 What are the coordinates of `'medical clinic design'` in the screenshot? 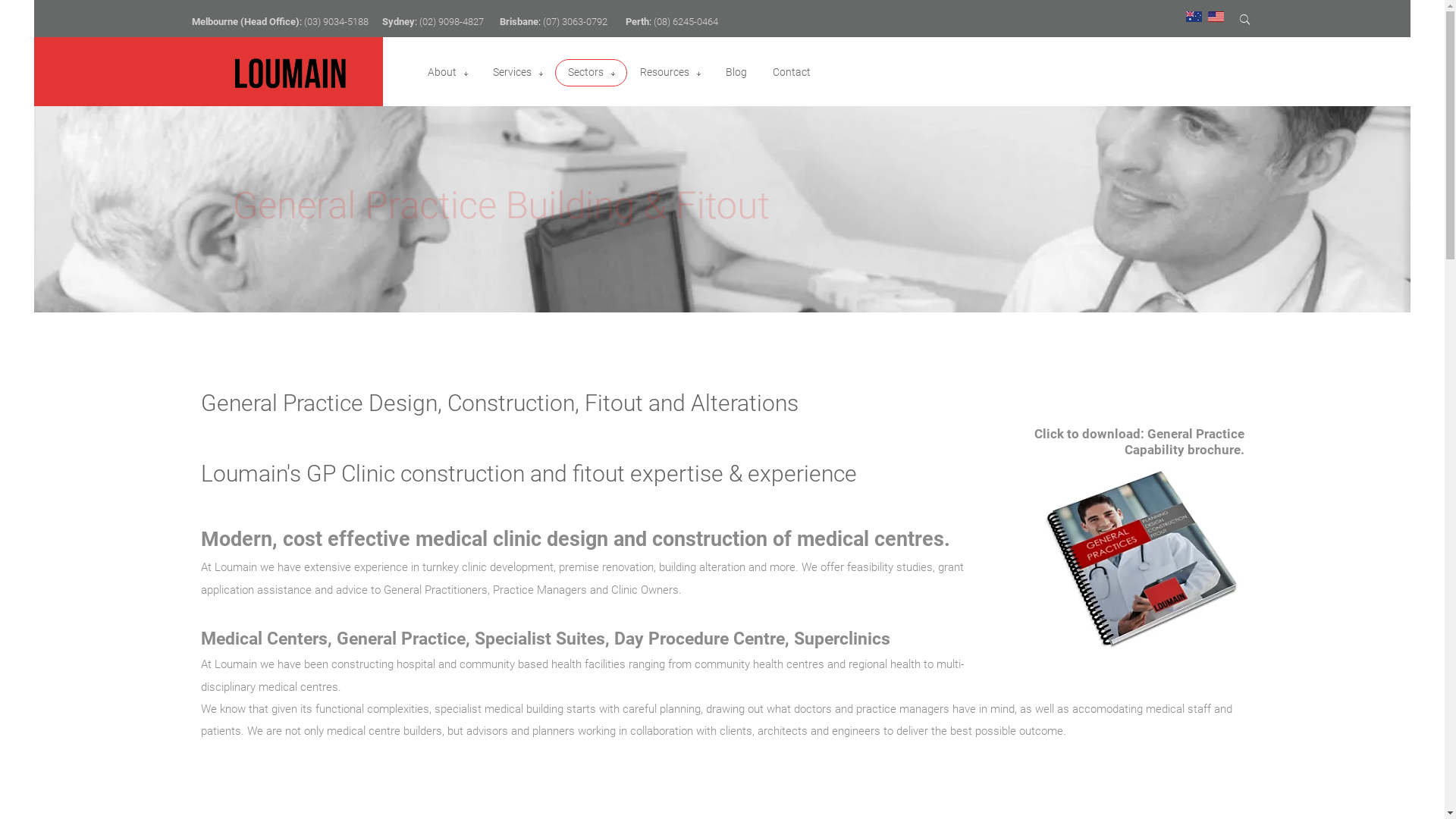 It's located at (512, 538).